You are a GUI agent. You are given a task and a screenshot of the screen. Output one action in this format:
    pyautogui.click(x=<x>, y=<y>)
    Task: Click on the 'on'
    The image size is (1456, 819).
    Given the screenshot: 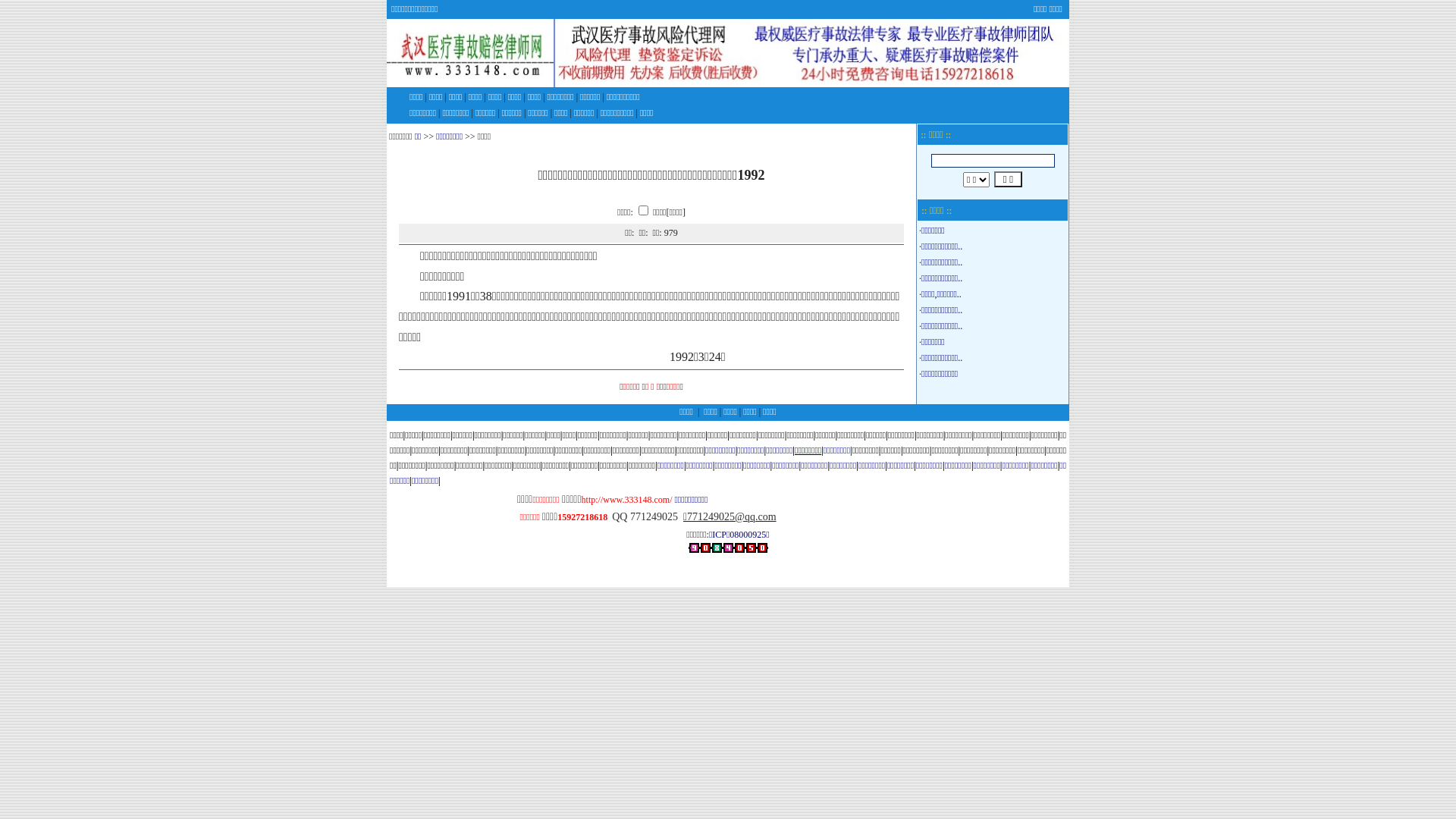 What is the action you would take?
    pyautogui.click(x=643, y=209)
    